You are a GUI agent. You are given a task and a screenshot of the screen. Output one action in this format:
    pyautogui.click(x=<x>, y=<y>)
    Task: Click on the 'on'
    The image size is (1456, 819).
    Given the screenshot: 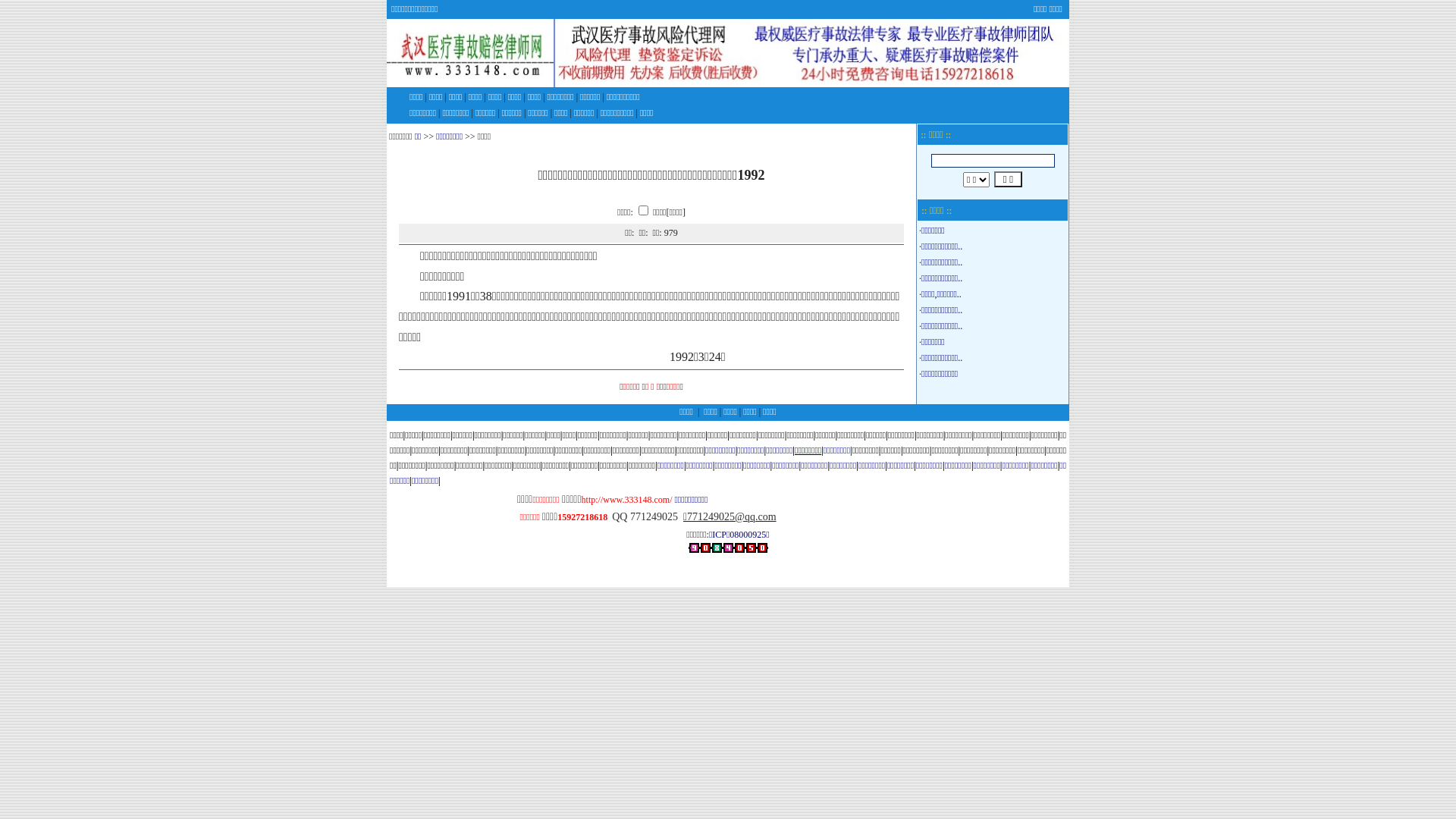 What is the action you would take?
    pyautogui.click(x=643, y=209)
    